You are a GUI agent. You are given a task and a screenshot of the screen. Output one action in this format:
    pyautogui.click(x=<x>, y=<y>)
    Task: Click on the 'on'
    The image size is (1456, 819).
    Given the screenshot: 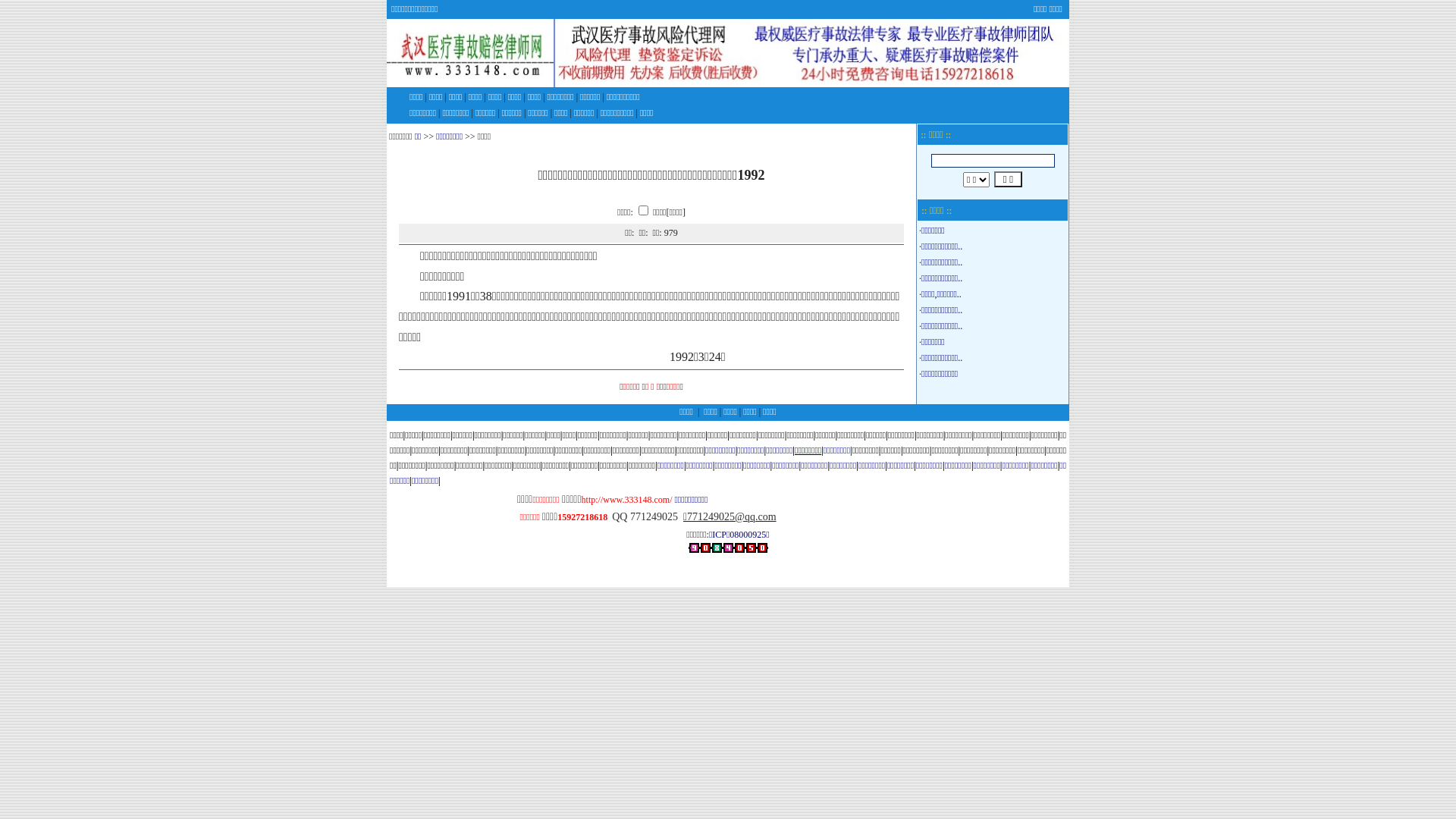 What is the action you would take?
    pyautogui.click(x=643, y=209)
    